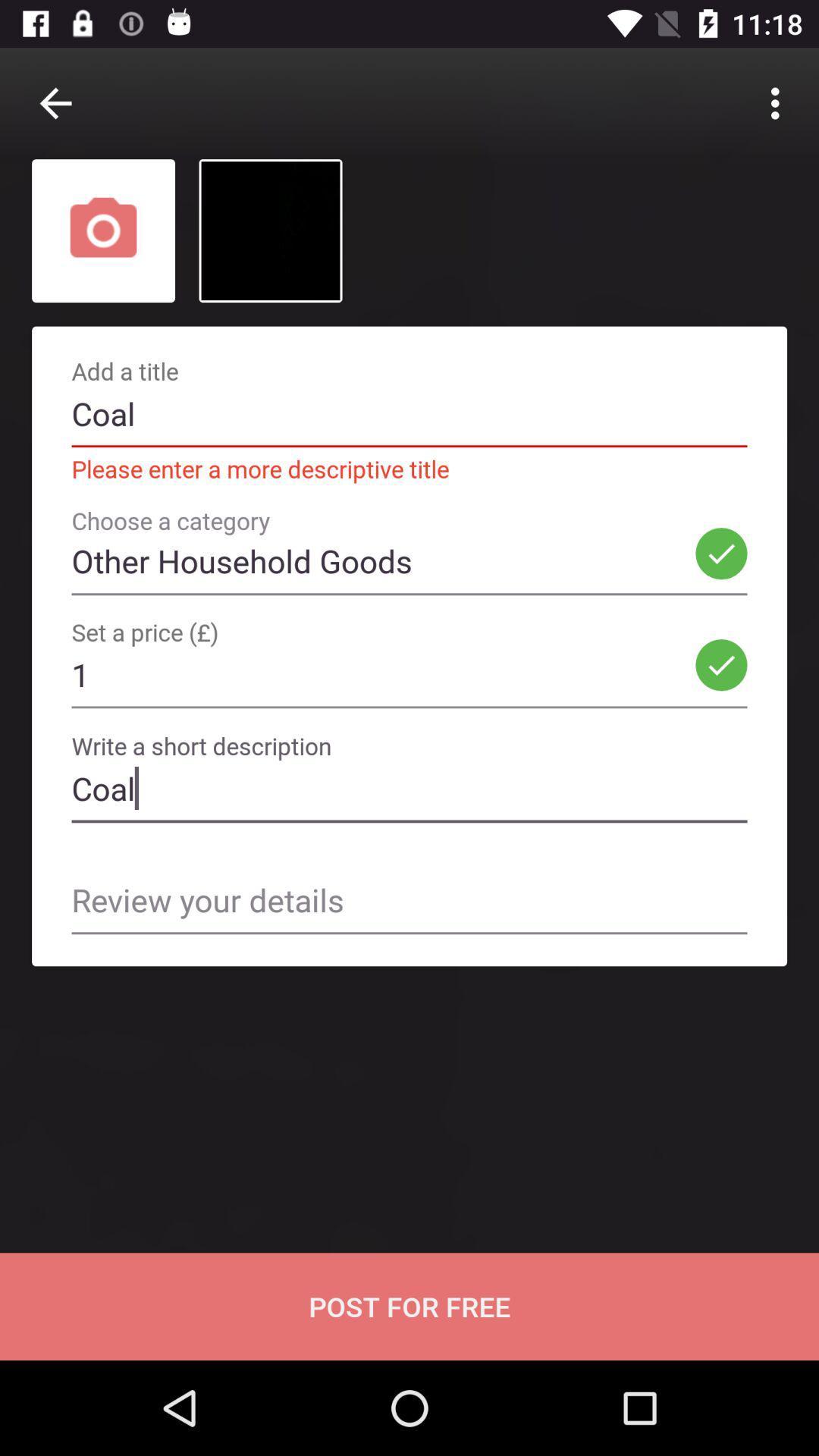 The image size is (819, 1456). I want to click on the option beside the 1 in the set a price text field, so click(720, 665).